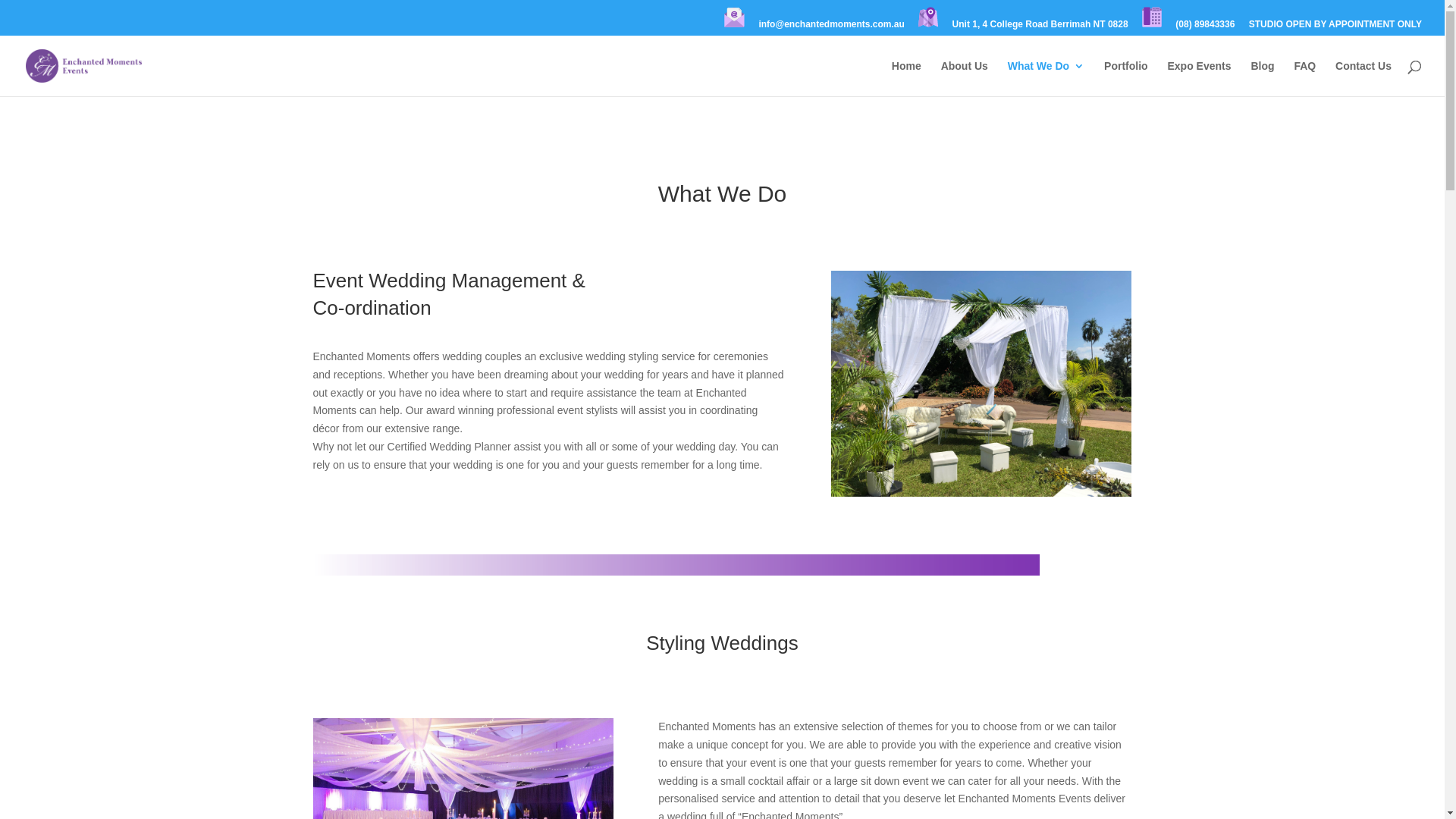 The image size is (1456, 819). I want to click on 'What We Do', so click(1008, 78).